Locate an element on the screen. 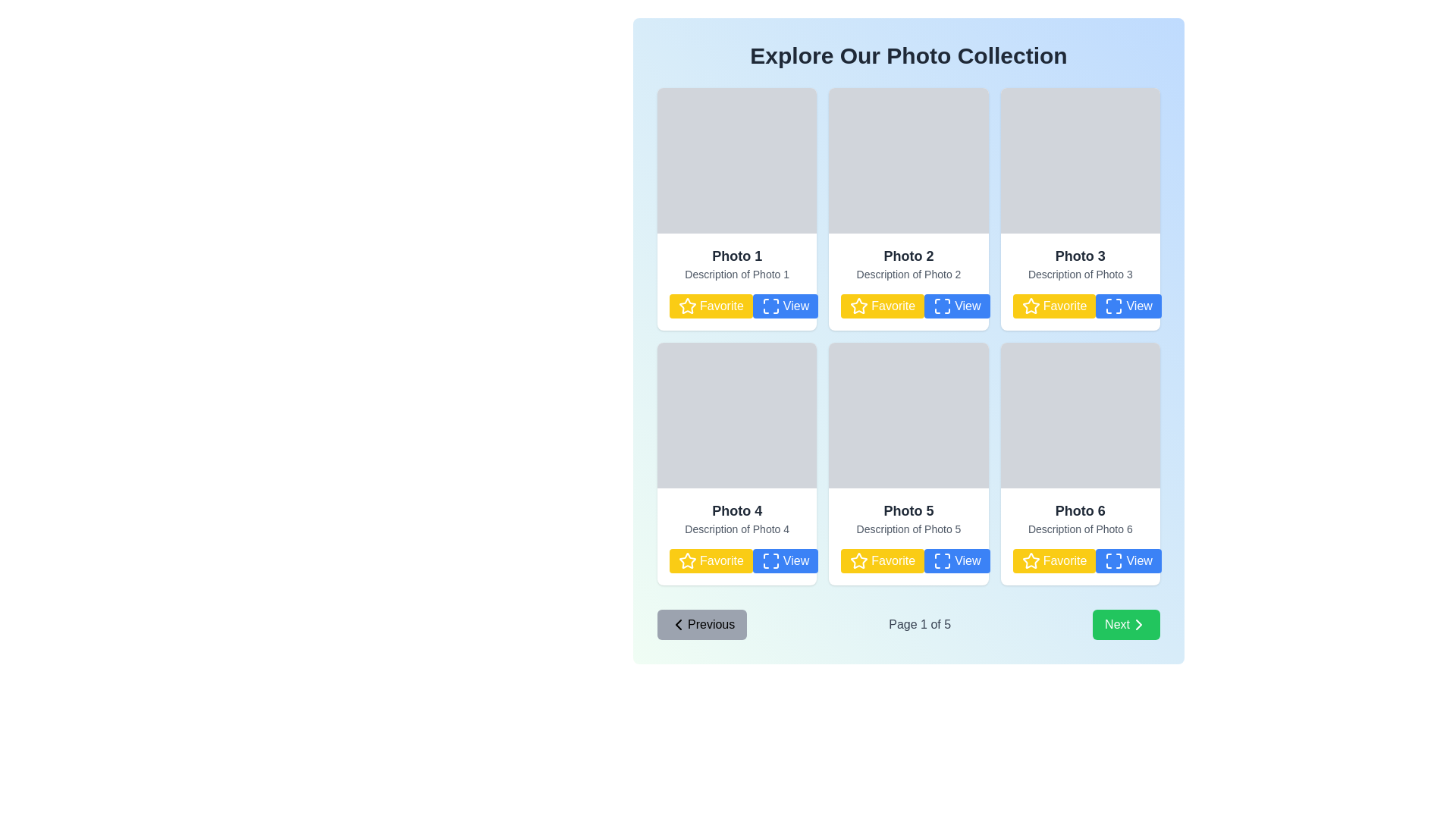  the maximize icon located at the left end of the 'View' button associated with 'Photo 6' in the bottom-right corner of the grid is located at coordinates (1114, 561).